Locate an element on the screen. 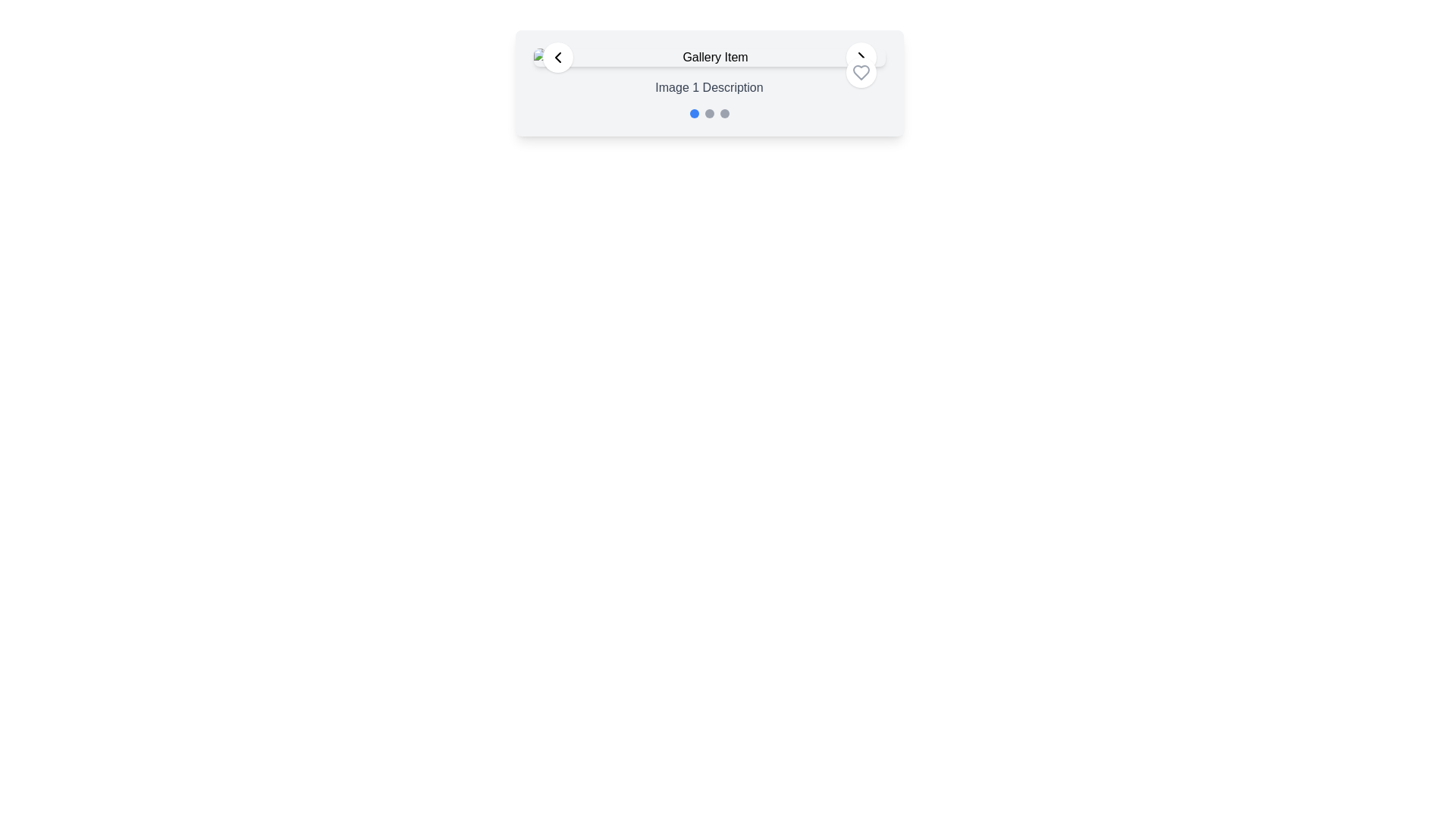  the heart-shaped icon button located in the top-right corner of the gallery item display is located at coordinates (861, 73).